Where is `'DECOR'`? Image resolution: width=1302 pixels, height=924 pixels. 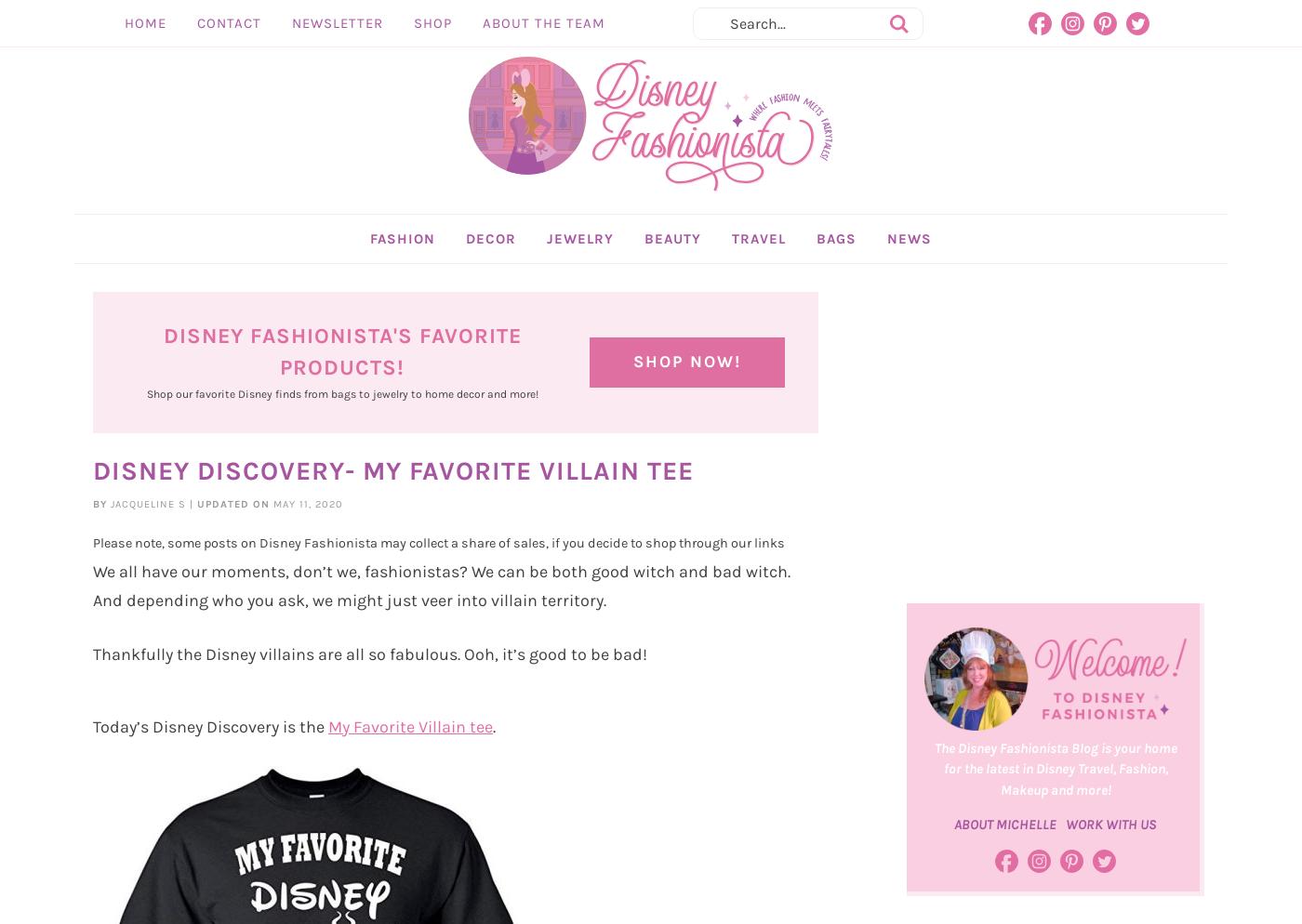
'DECOR' is located at coordinates (490, 280).